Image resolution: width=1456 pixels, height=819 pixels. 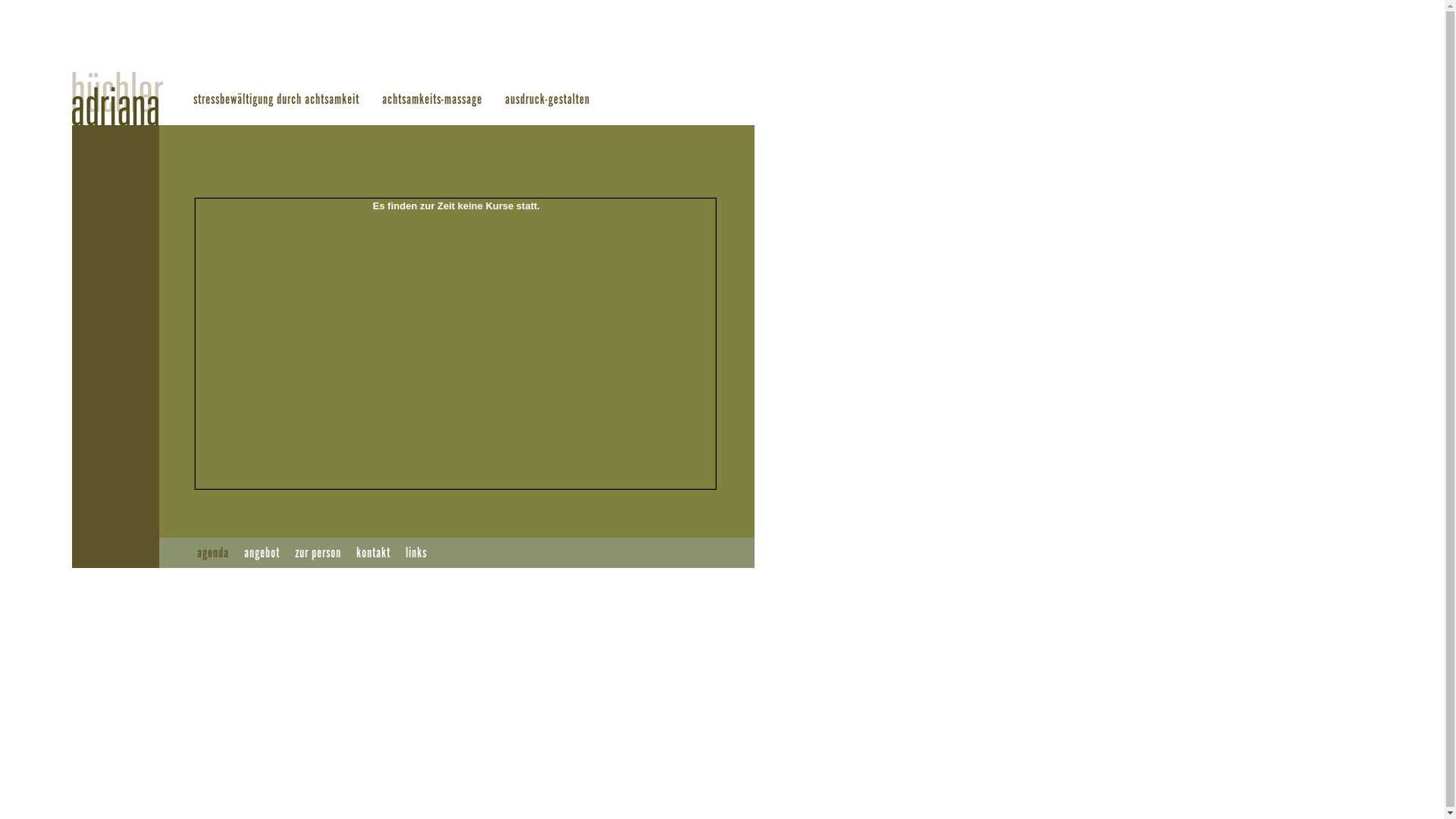 I want to click on 'angebot', so click(x=262, y=553).